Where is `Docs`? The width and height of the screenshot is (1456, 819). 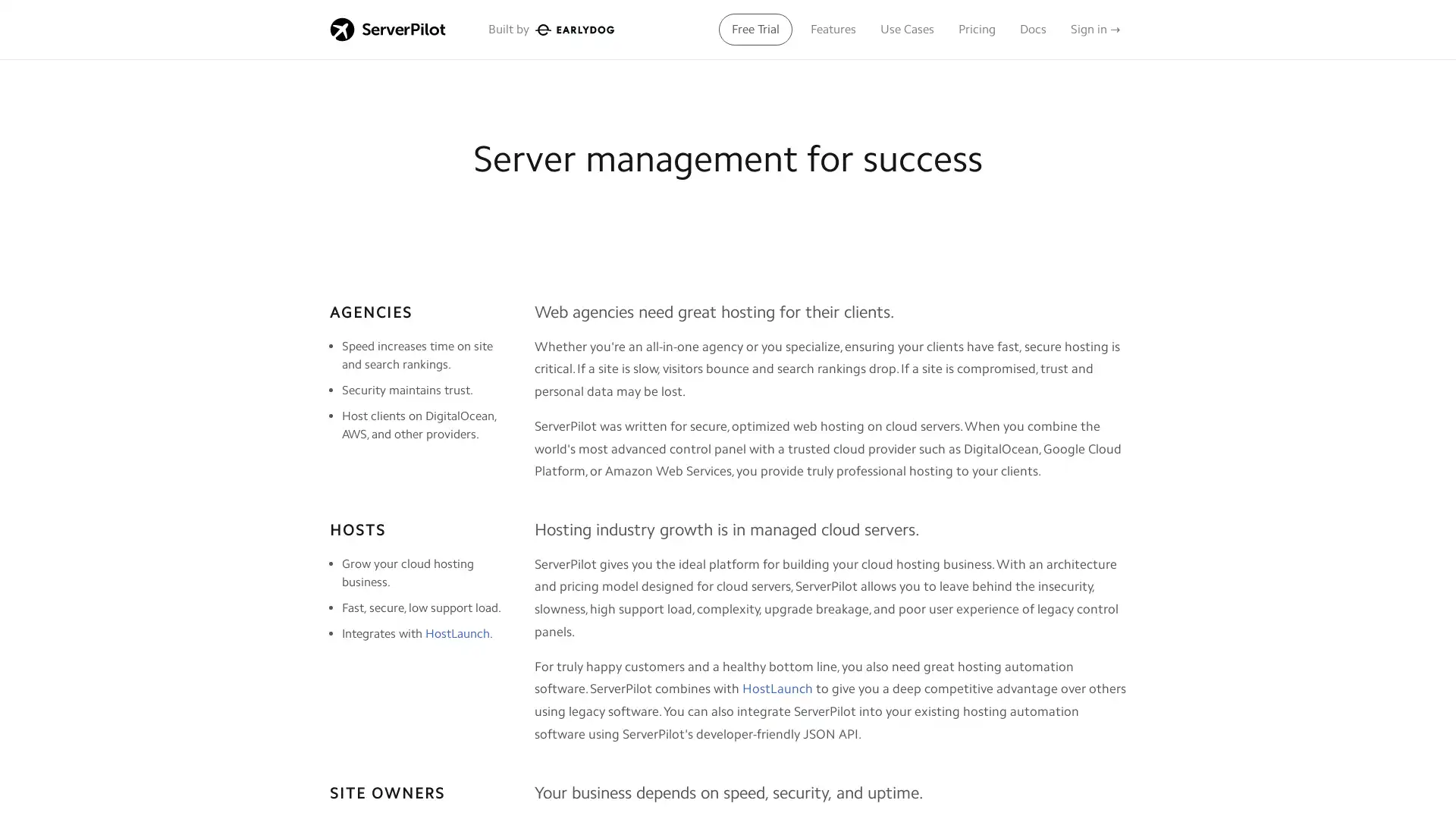 Docs is located at coordinates (1032, 29).